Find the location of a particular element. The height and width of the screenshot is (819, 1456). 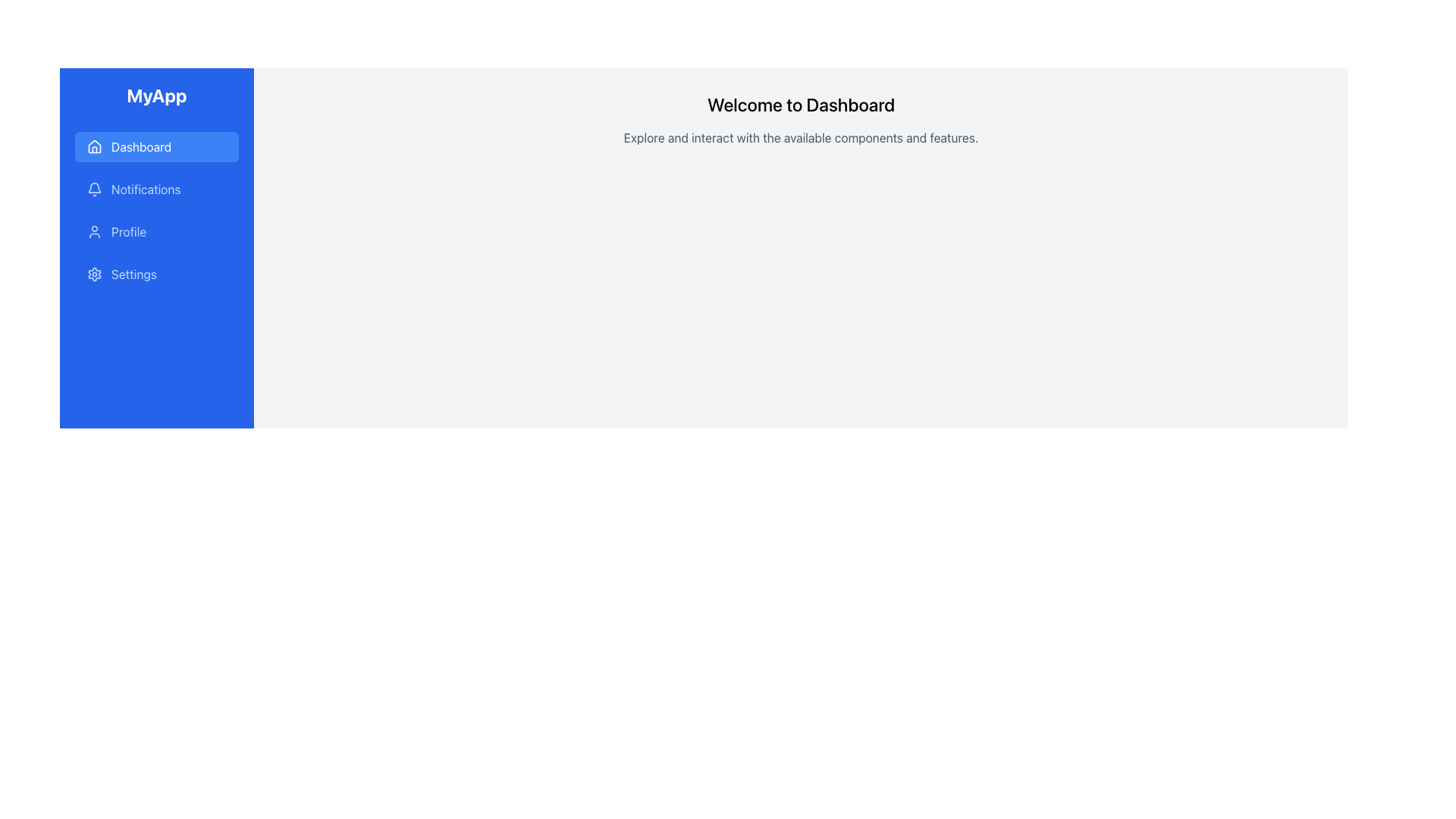

the house icon located within the 'Dashboard' navigation menu item, positioned to the left of the text is located at coordinates (93, 146).